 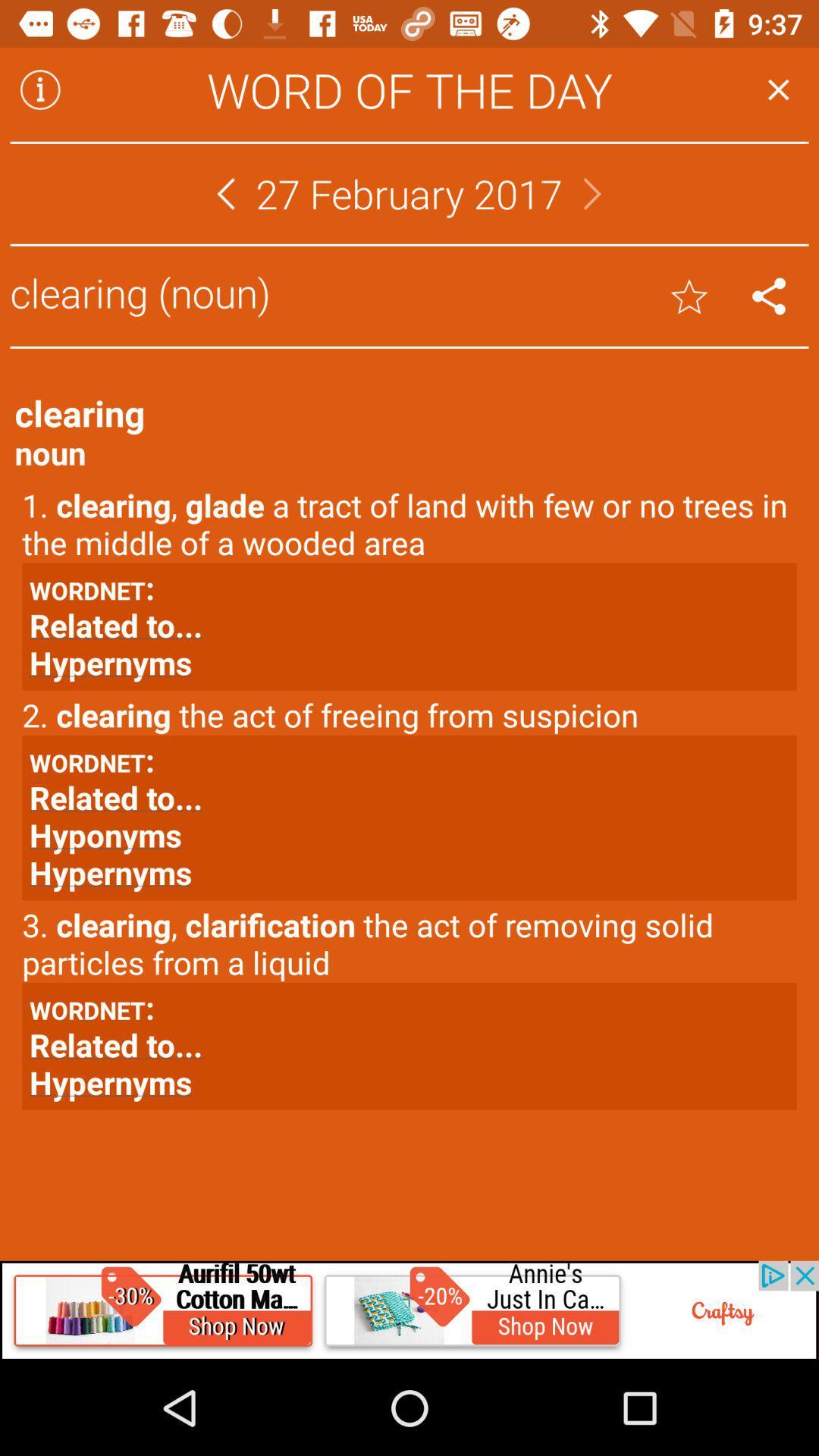 What do you see at coordinates (409, 1310) in the screenshot?
I see `open advertisement` at bounding box center [409, 1310].